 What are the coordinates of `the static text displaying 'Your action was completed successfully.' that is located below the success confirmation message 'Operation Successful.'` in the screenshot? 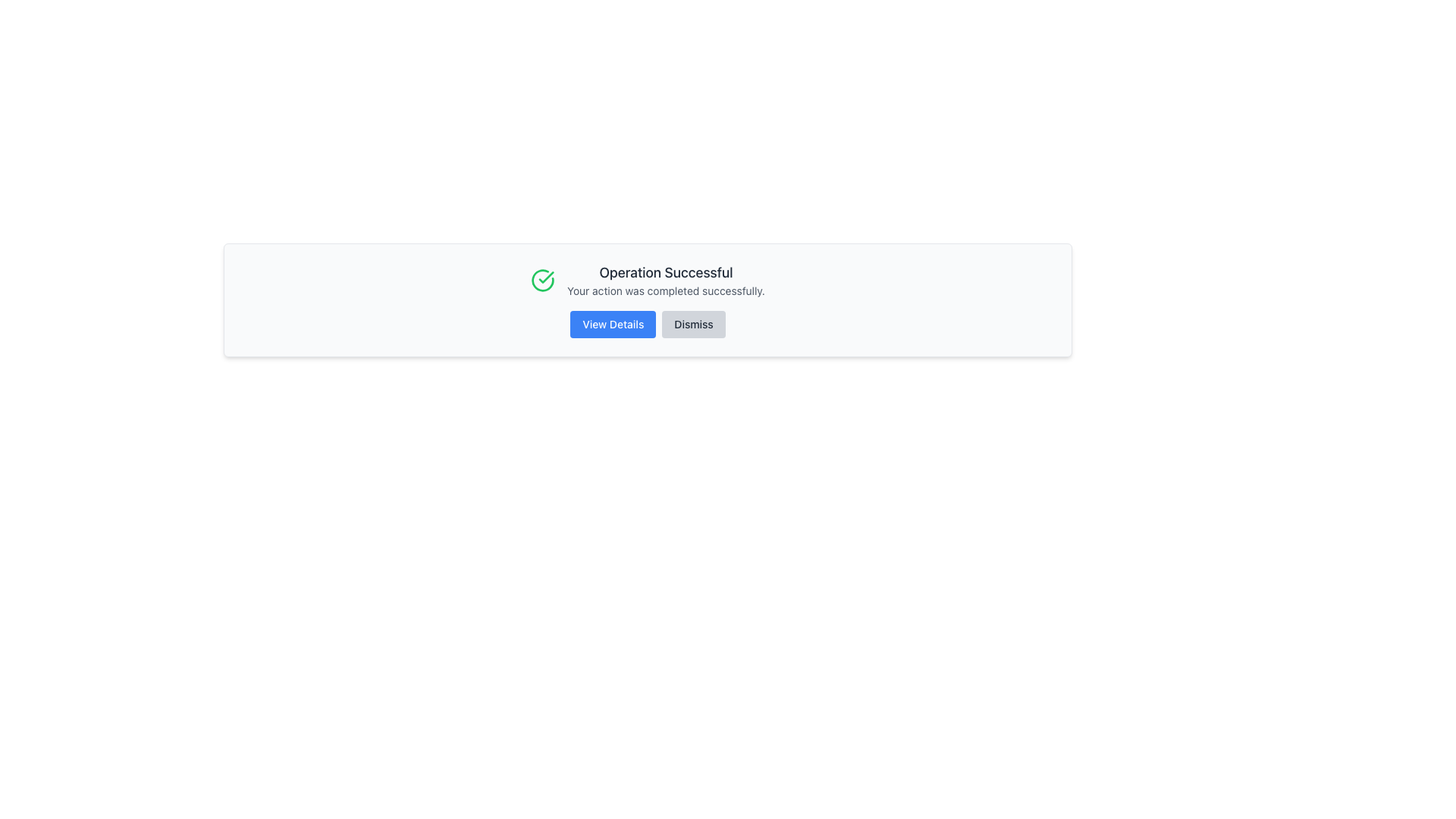 It's located at (666, 291).